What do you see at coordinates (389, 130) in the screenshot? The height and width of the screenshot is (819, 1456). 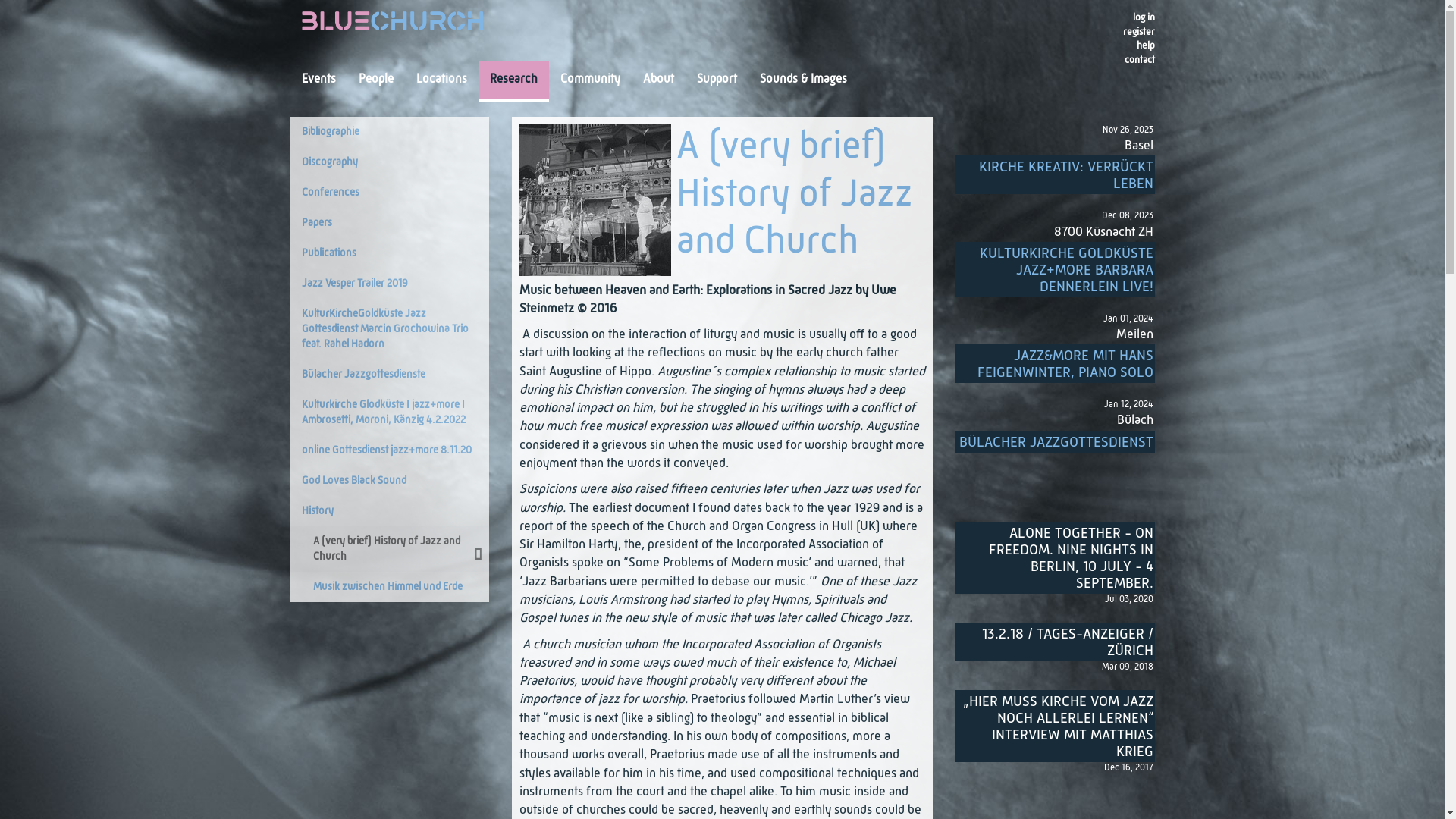 I see `'Bibliographie'` at bounding box center [389, 130].